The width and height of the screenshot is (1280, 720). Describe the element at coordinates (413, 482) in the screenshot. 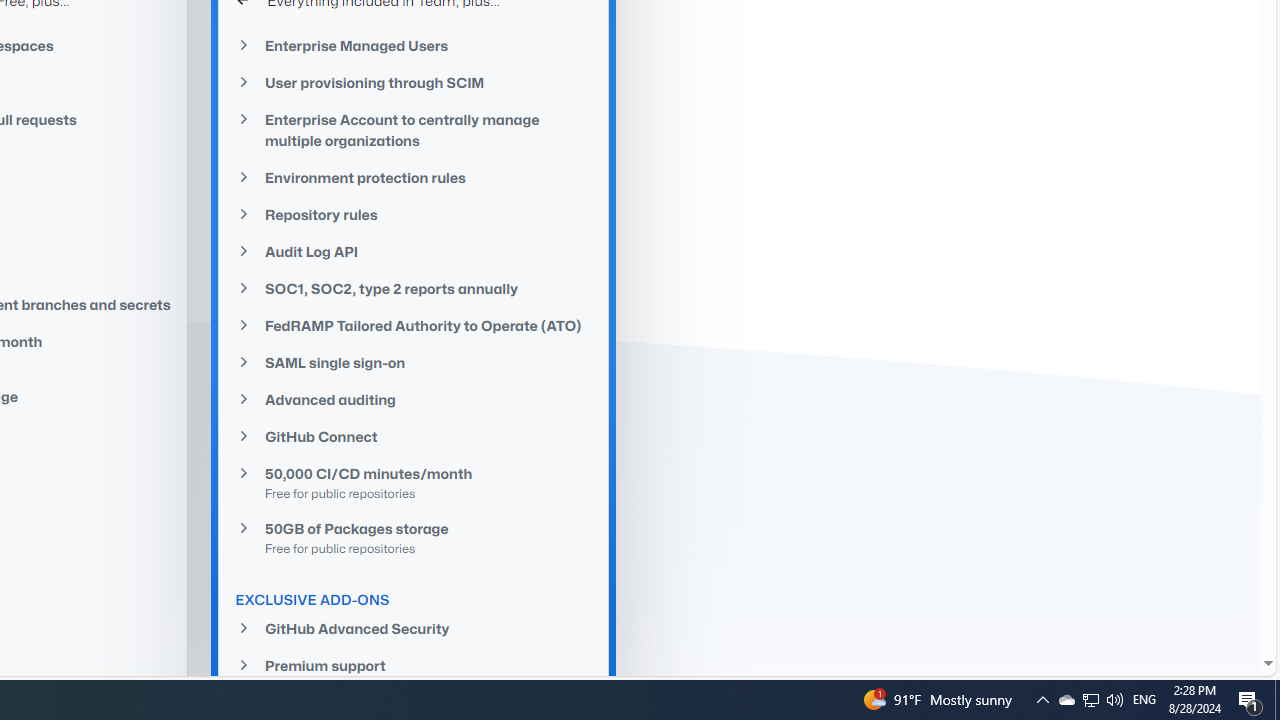

I see `'50,000 CI/CD minutes/monthFree for public repositories'` at that location.